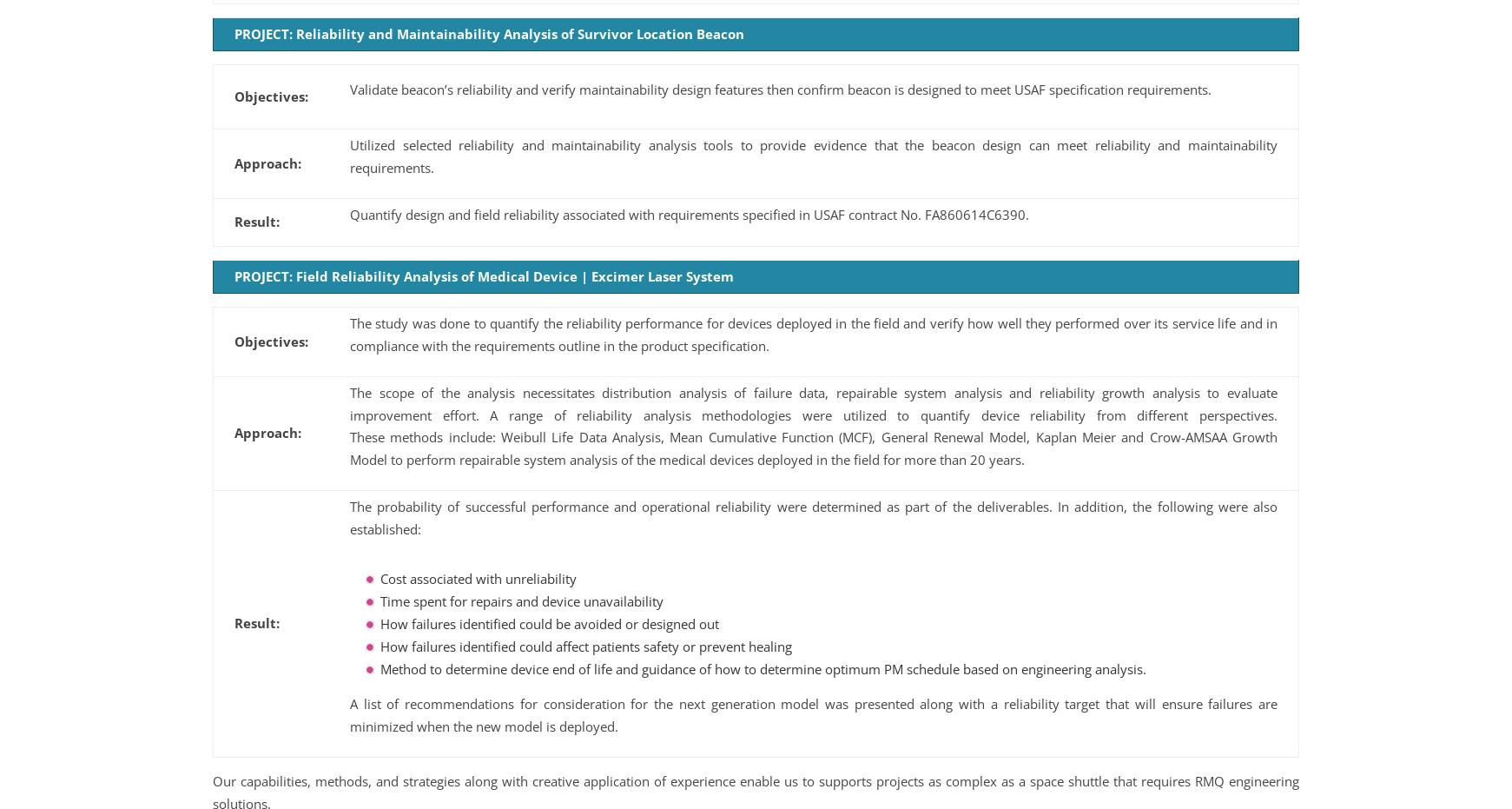  Describe the element at coordinates (814, 516) in the screenshot. I see `'The probability of successful performance and operational reliability were determined as part of the deliverables. In addition, the following were also established:'` at that location.